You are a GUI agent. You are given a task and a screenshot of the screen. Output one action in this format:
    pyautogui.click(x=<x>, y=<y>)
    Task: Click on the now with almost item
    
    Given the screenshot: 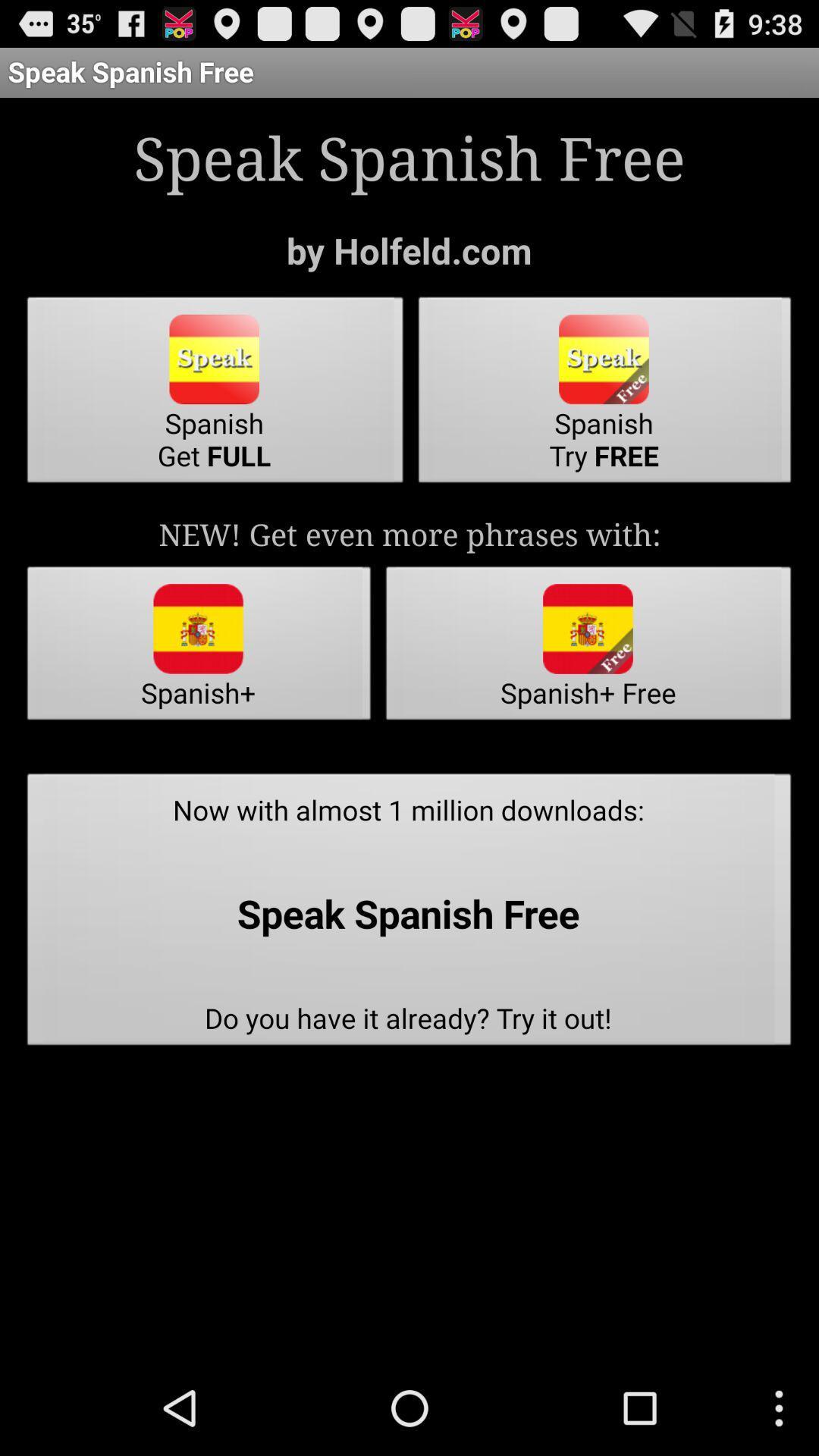 What is the action you would take?
    pyautogui.click(x=409, y=913)
    